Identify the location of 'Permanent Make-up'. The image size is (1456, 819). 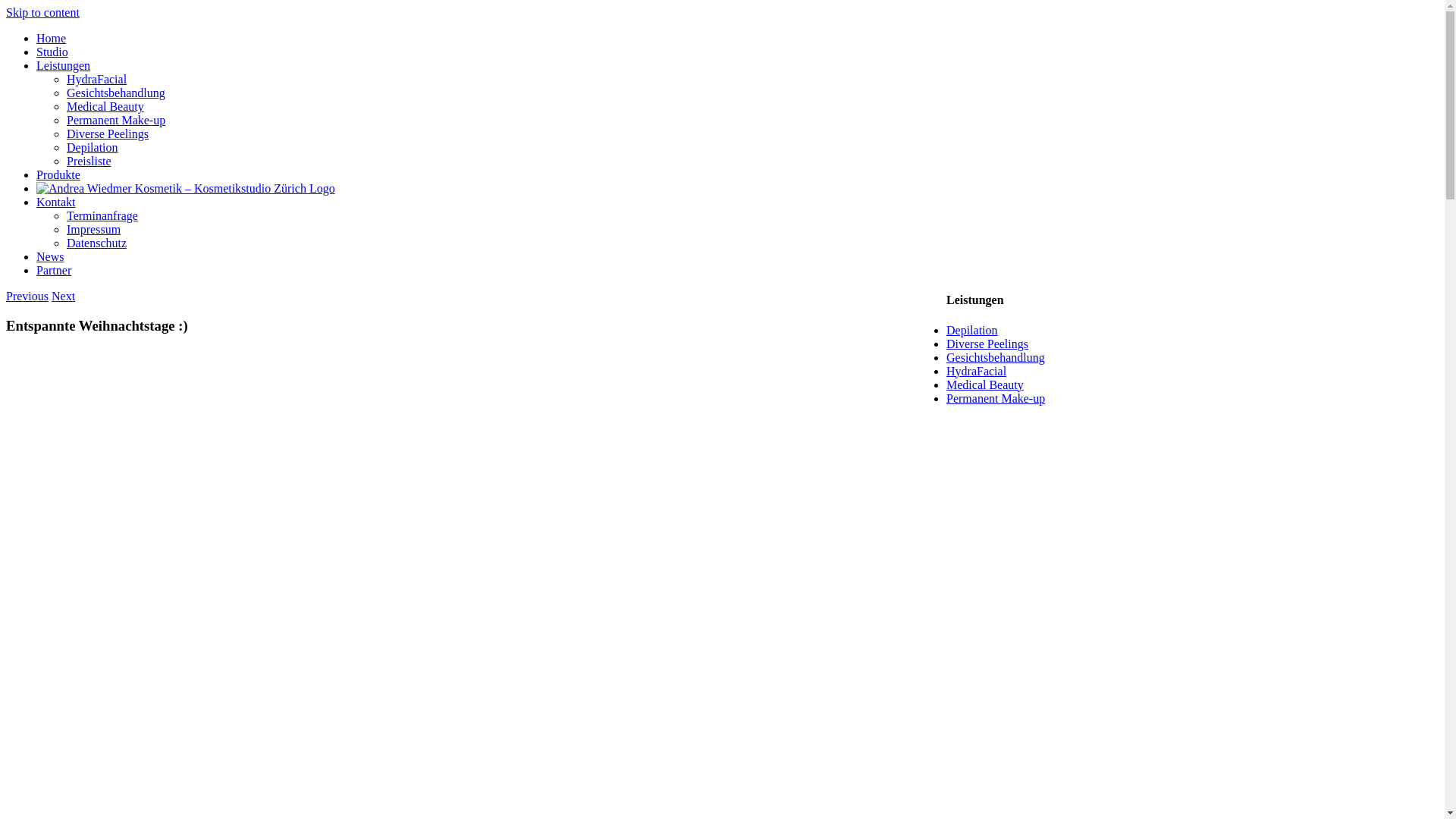
(996, 397).